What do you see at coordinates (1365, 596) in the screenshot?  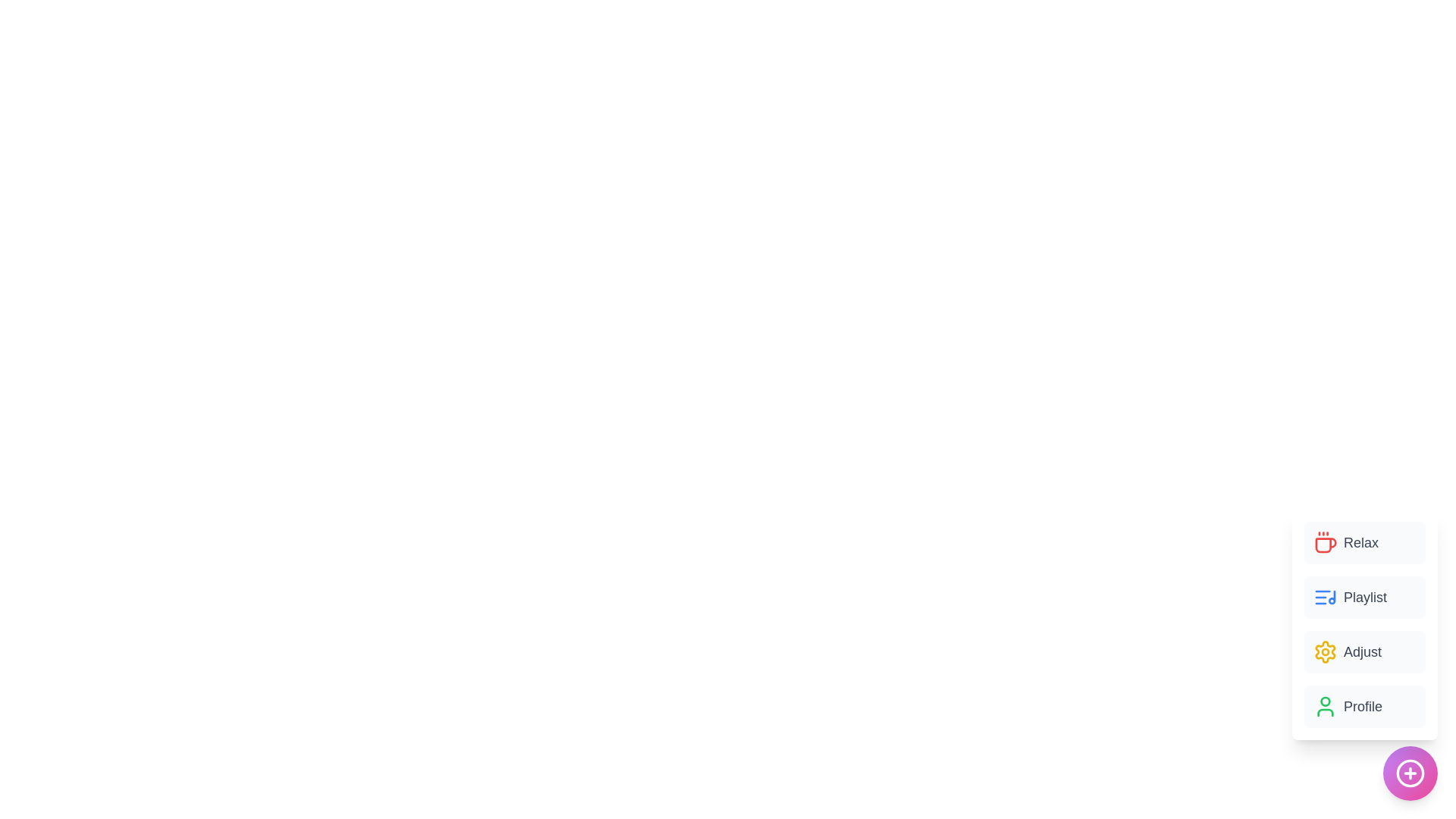 I see `the 'Playlist' button to select it` at bounding box center [1365, 596].